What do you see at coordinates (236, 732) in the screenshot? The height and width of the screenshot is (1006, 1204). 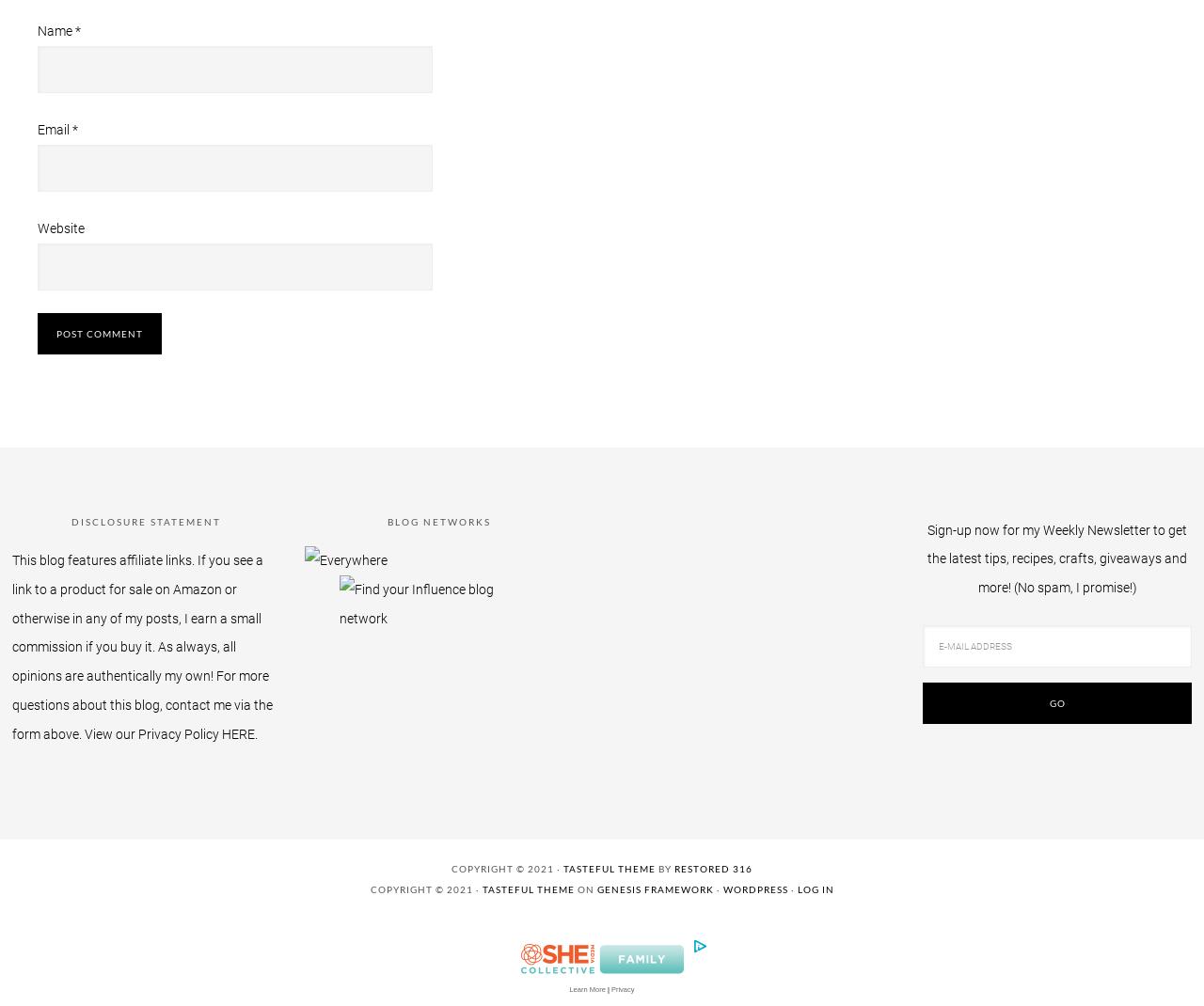 I see `'HERE'` at bounding box center [236, 732].